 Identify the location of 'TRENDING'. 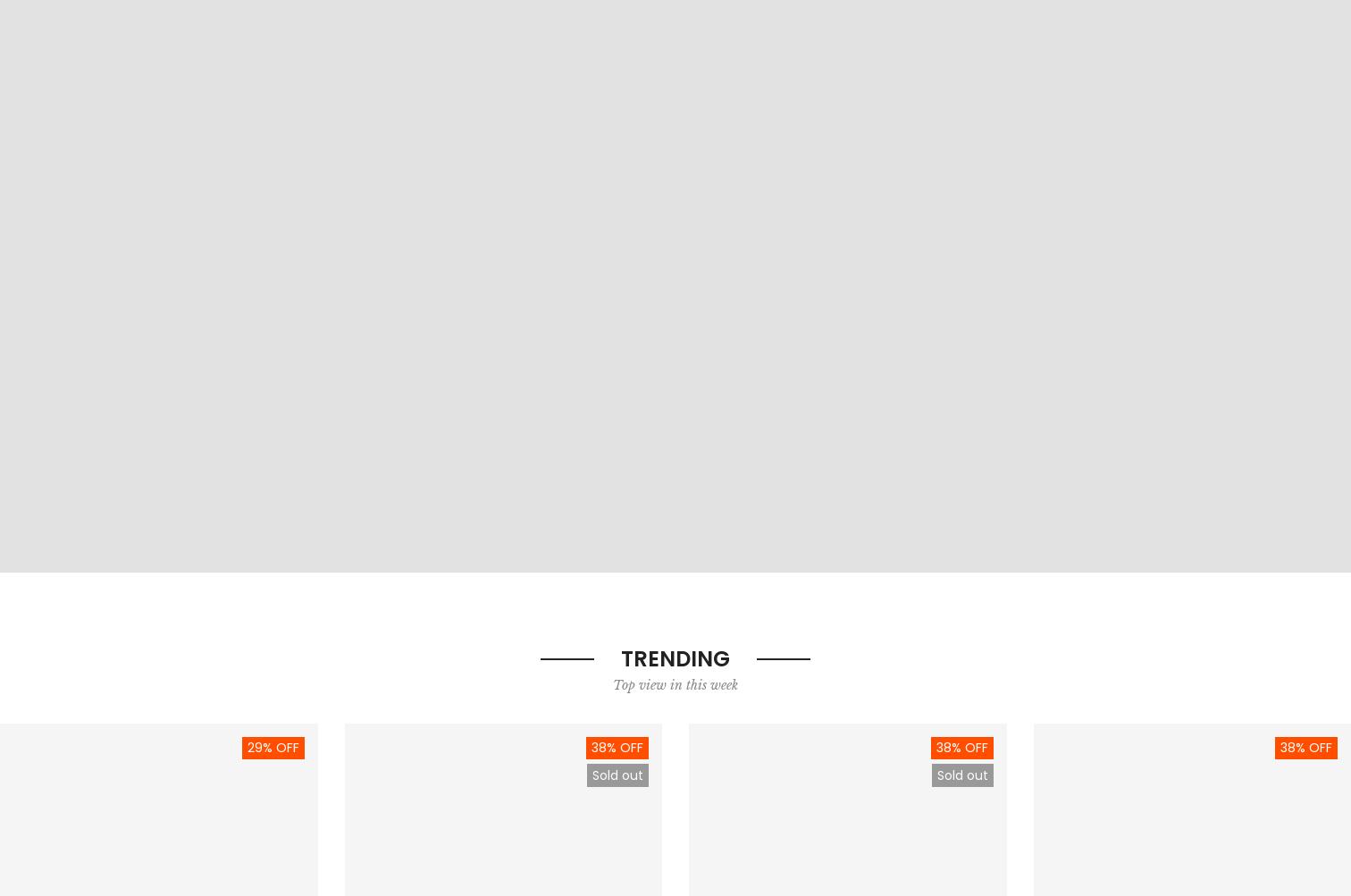
(675, 657).